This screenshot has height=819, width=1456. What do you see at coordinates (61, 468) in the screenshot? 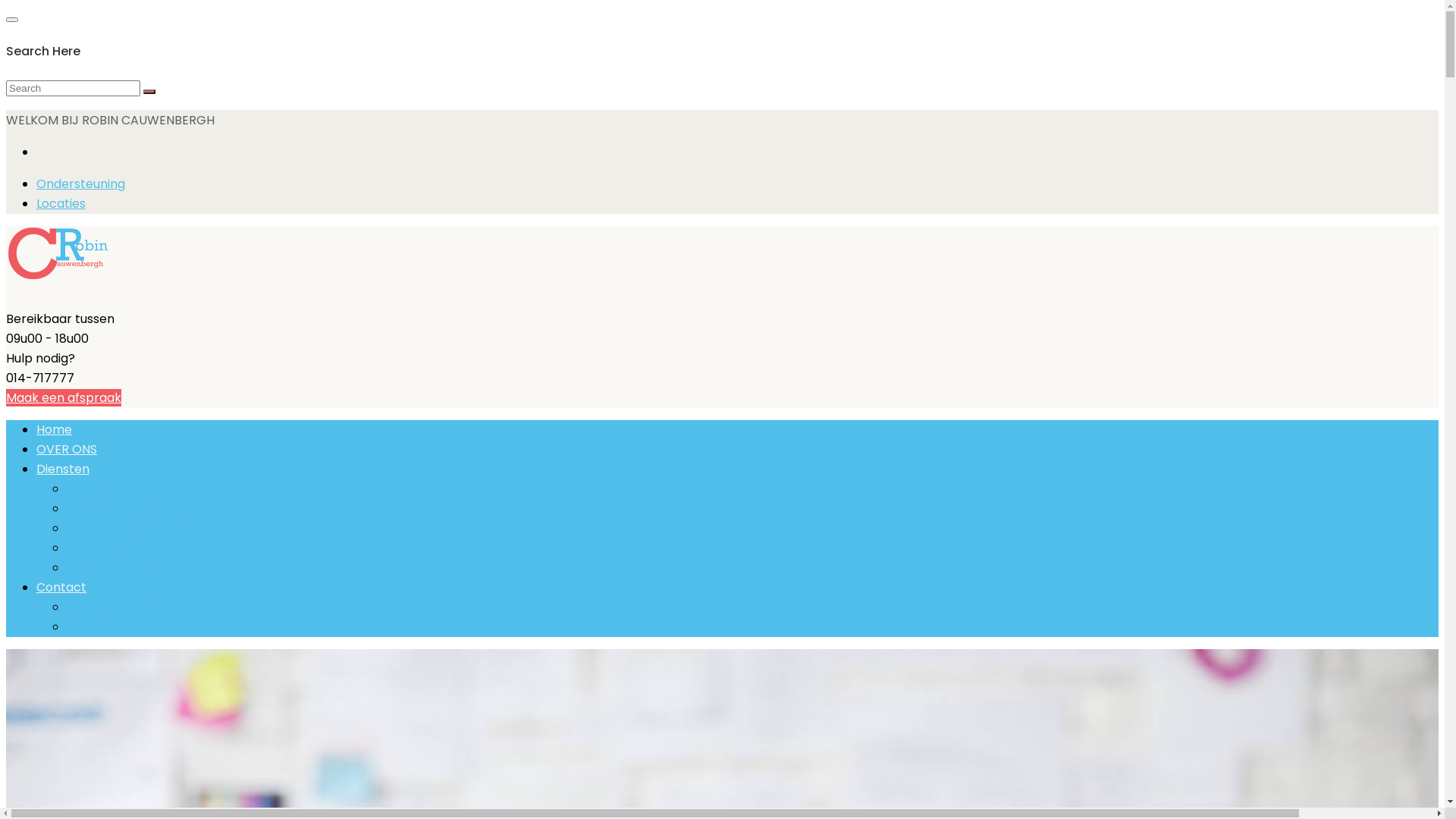
I see `'Diensten'` at bounding box center [61, 468].